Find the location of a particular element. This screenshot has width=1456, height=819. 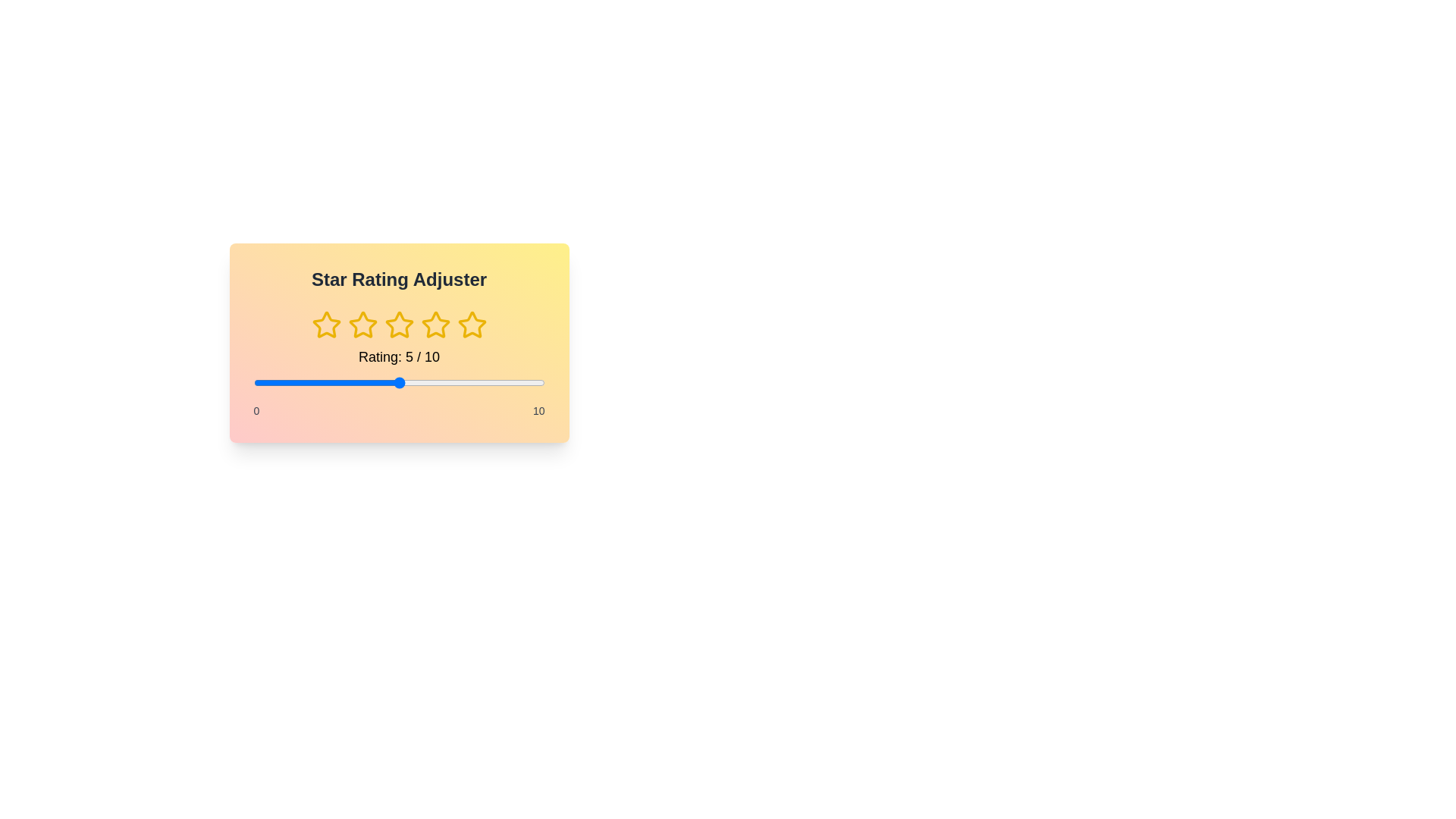

the slider to set the rating to 2 within the range of 0 to 10 is located at coordinates (311, 382).